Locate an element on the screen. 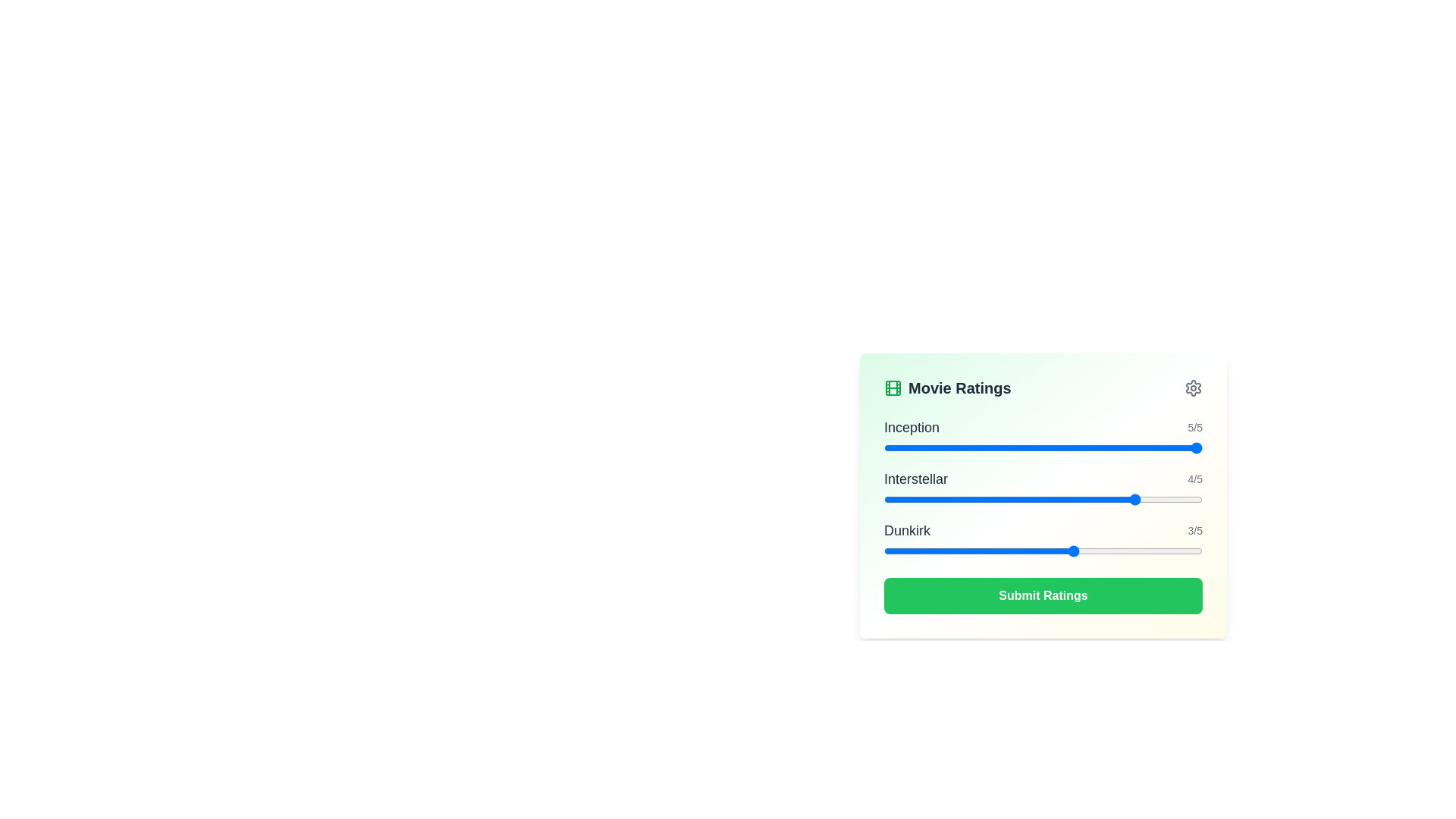 This screenshot has height=819, width=1456. the Information Display Group that shows the movie title 'Dunkirk' and its rating '3/5' is located at coordinates (1043, 529).